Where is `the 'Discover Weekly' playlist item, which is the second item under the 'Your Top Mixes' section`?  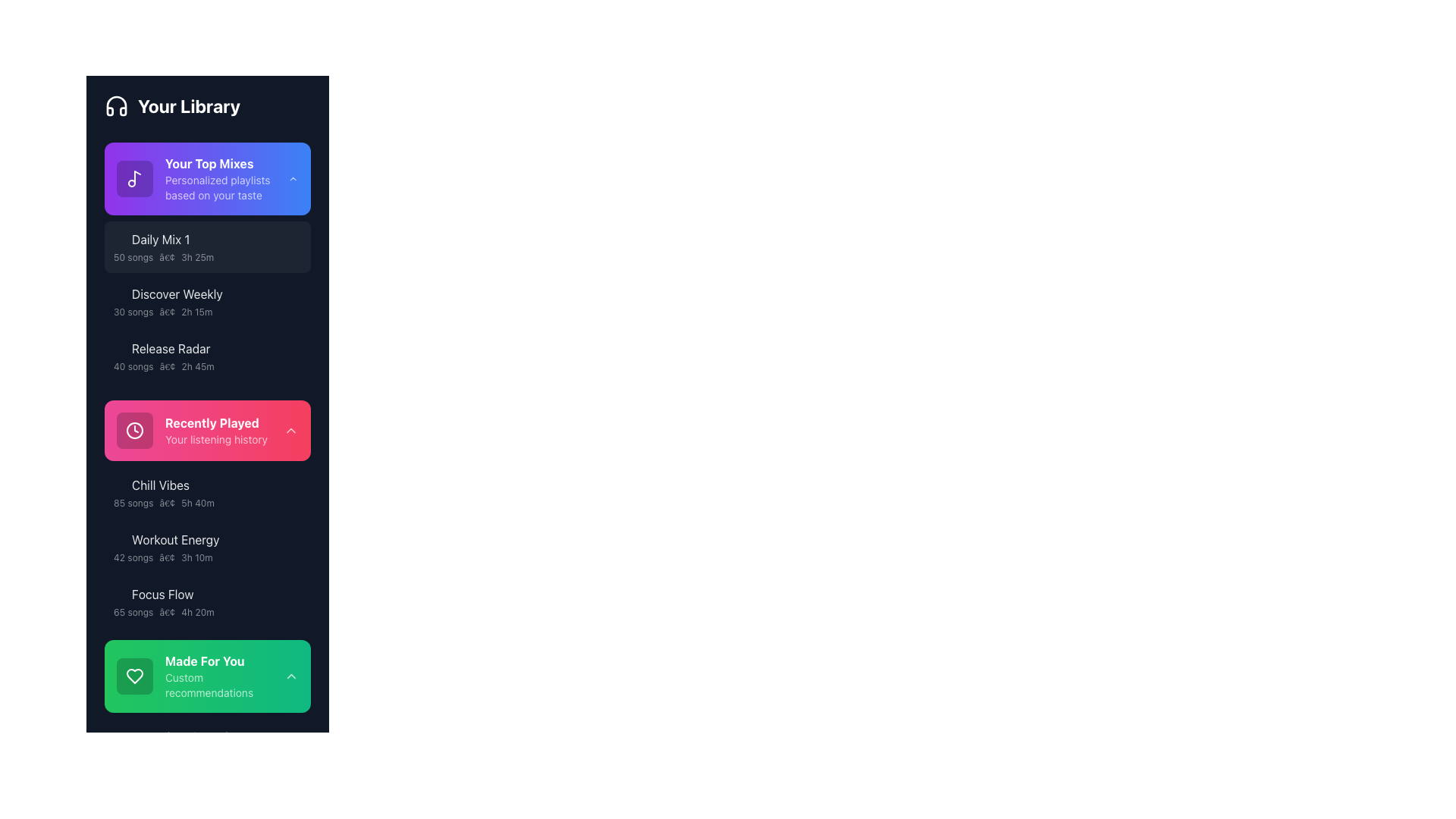
the 'Discover Weekly' playlist item, which is the second item under the 'Your Top Mixes' section is located at coordinates (206, 301).